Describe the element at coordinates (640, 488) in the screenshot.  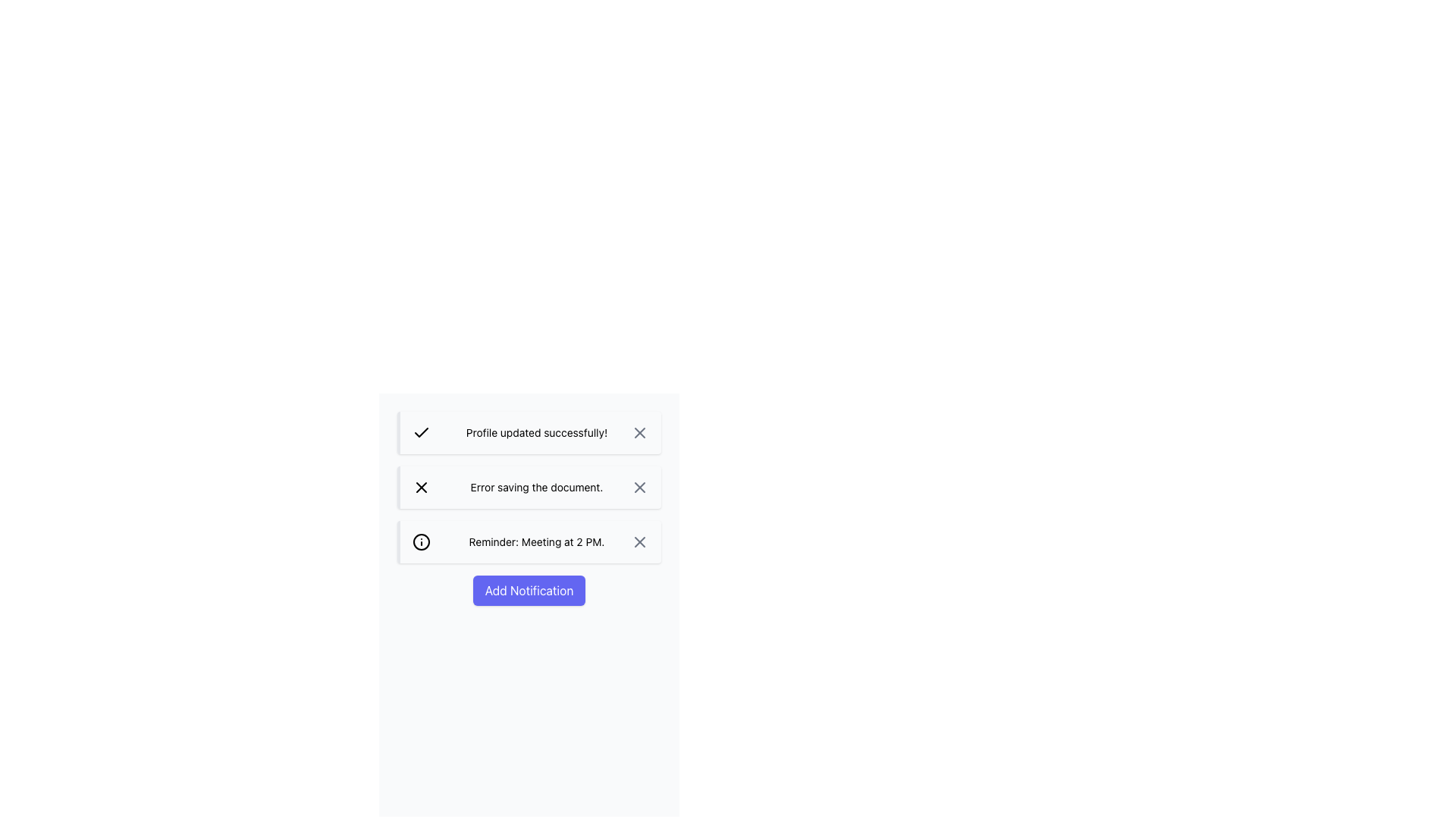
I see `the close button icon that resembles an 'X', located to the right of the notification message 'Error saving the document.', to change its color` at that location.